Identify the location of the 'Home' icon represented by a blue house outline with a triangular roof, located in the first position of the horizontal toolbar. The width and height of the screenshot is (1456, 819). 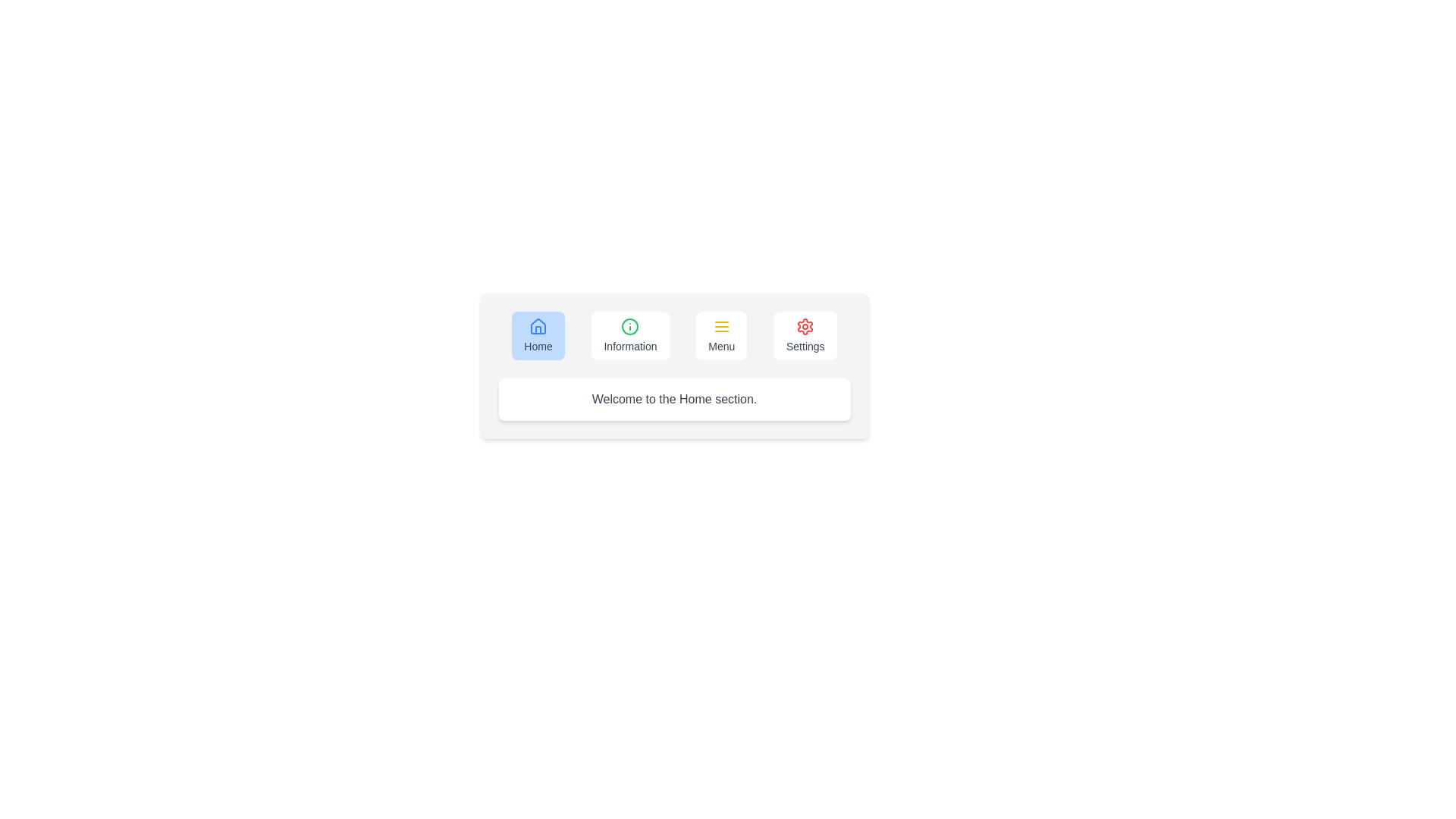
(538, 325).